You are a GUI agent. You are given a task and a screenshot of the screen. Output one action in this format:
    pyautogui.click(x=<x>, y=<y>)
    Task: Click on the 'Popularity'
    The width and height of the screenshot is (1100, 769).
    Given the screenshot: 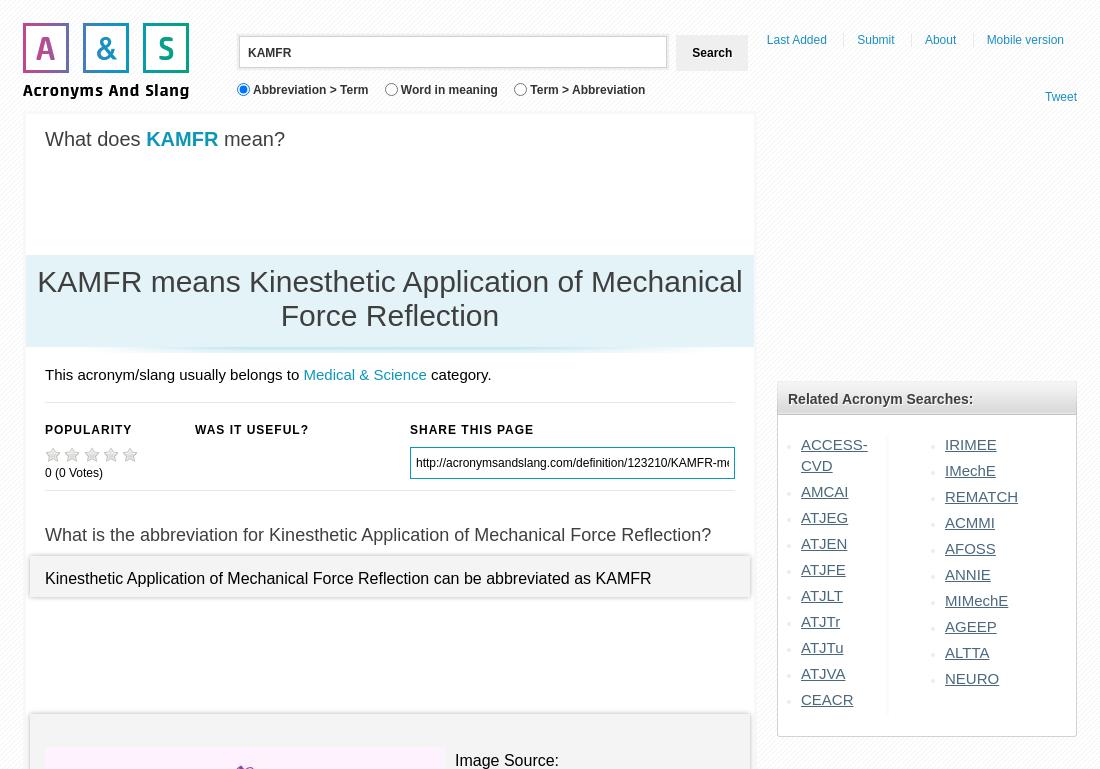 What is the action you would take?
    pyautogui.click(x=88, y=429)
    